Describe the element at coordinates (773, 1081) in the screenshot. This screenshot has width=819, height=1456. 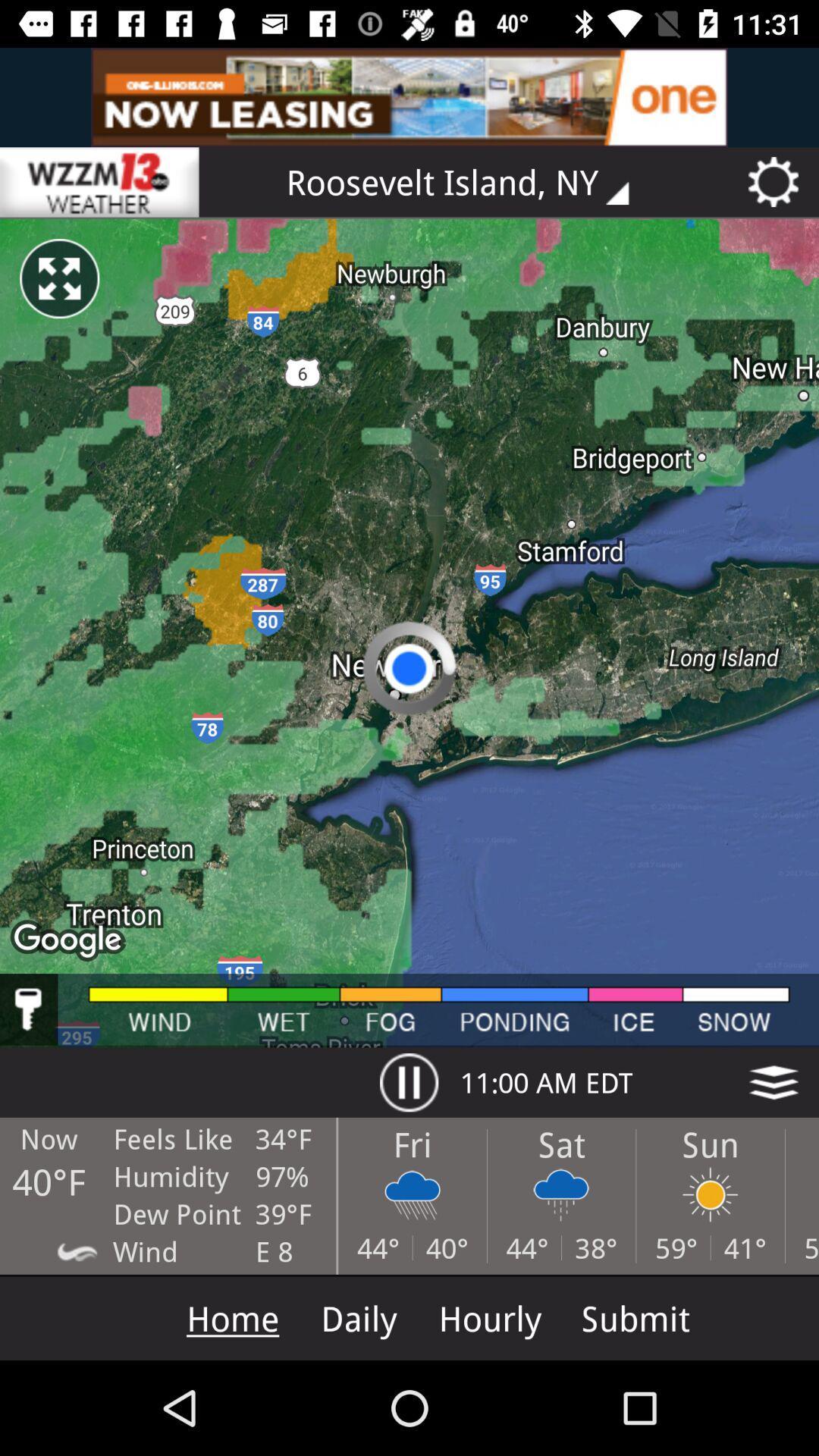
I see `the layers icon` at that location.